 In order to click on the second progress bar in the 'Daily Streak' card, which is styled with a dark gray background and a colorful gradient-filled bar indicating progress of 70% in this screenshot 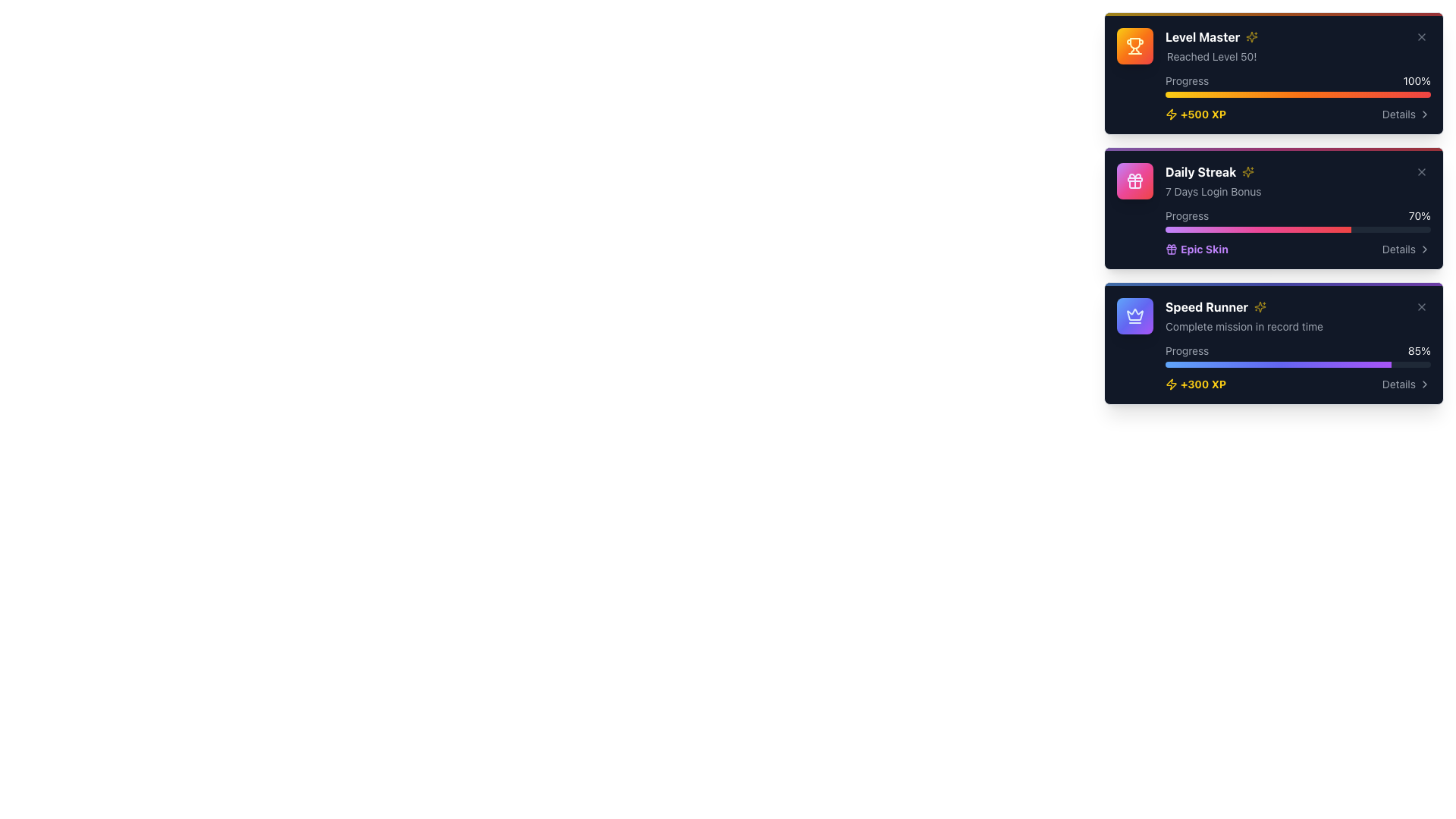, I will do `click(1298, 230)`.